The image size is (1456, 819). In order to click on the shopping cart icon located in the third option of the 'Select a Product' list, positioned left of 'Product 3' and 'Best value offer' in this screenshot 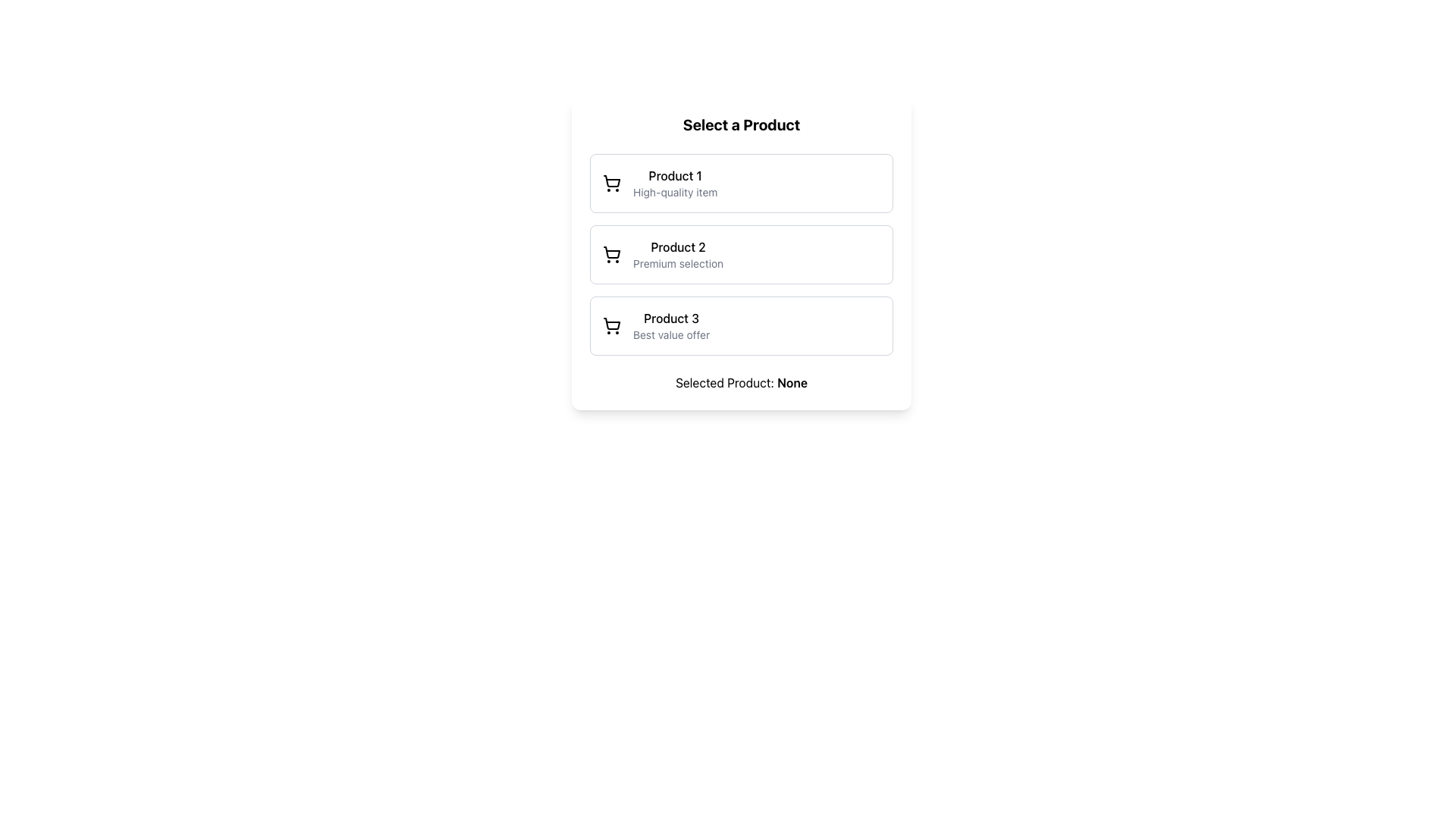, I will do `click(611, 325)`.